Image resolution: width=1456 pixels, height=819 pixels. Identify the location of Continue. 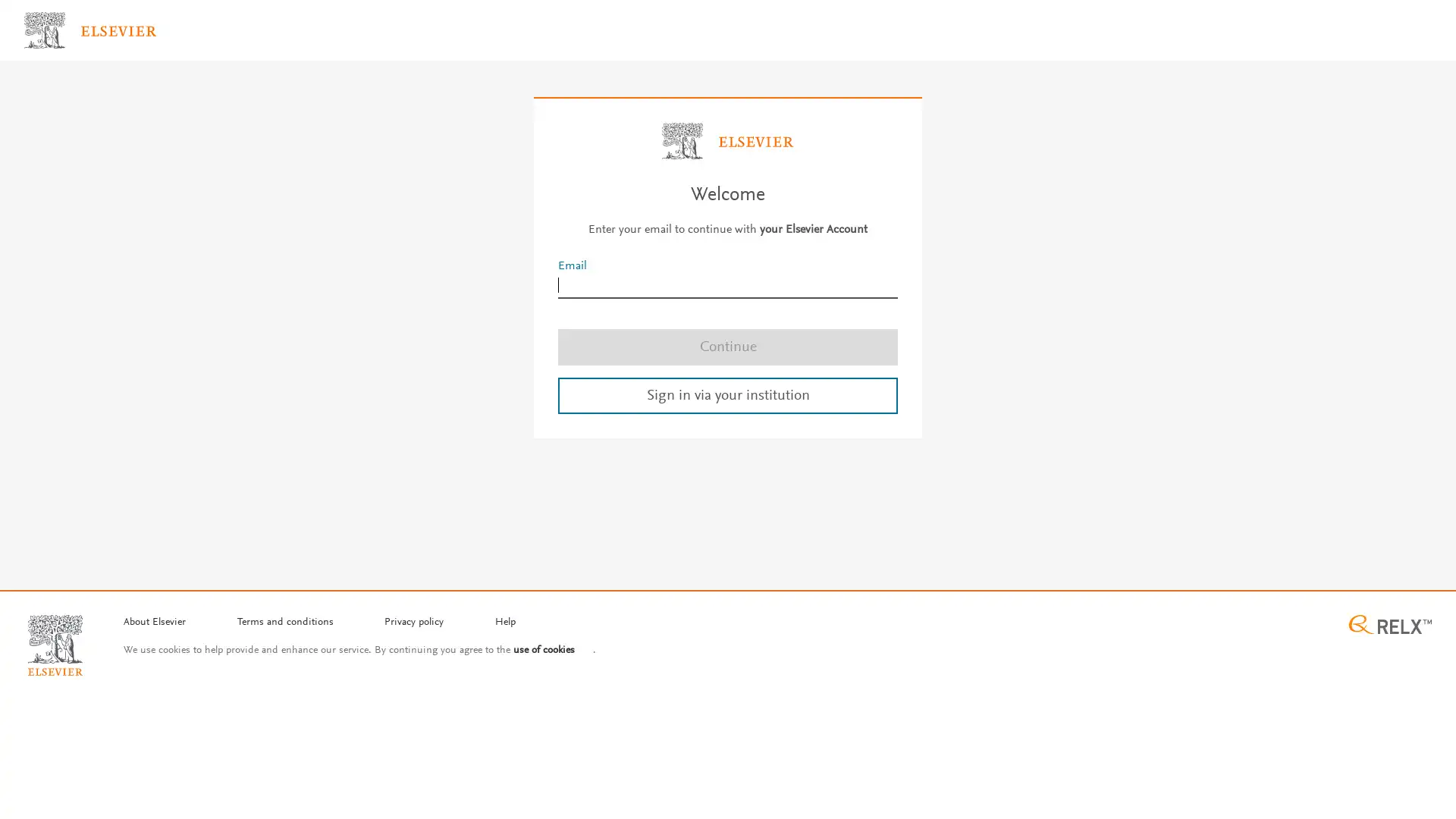
(728, 346).